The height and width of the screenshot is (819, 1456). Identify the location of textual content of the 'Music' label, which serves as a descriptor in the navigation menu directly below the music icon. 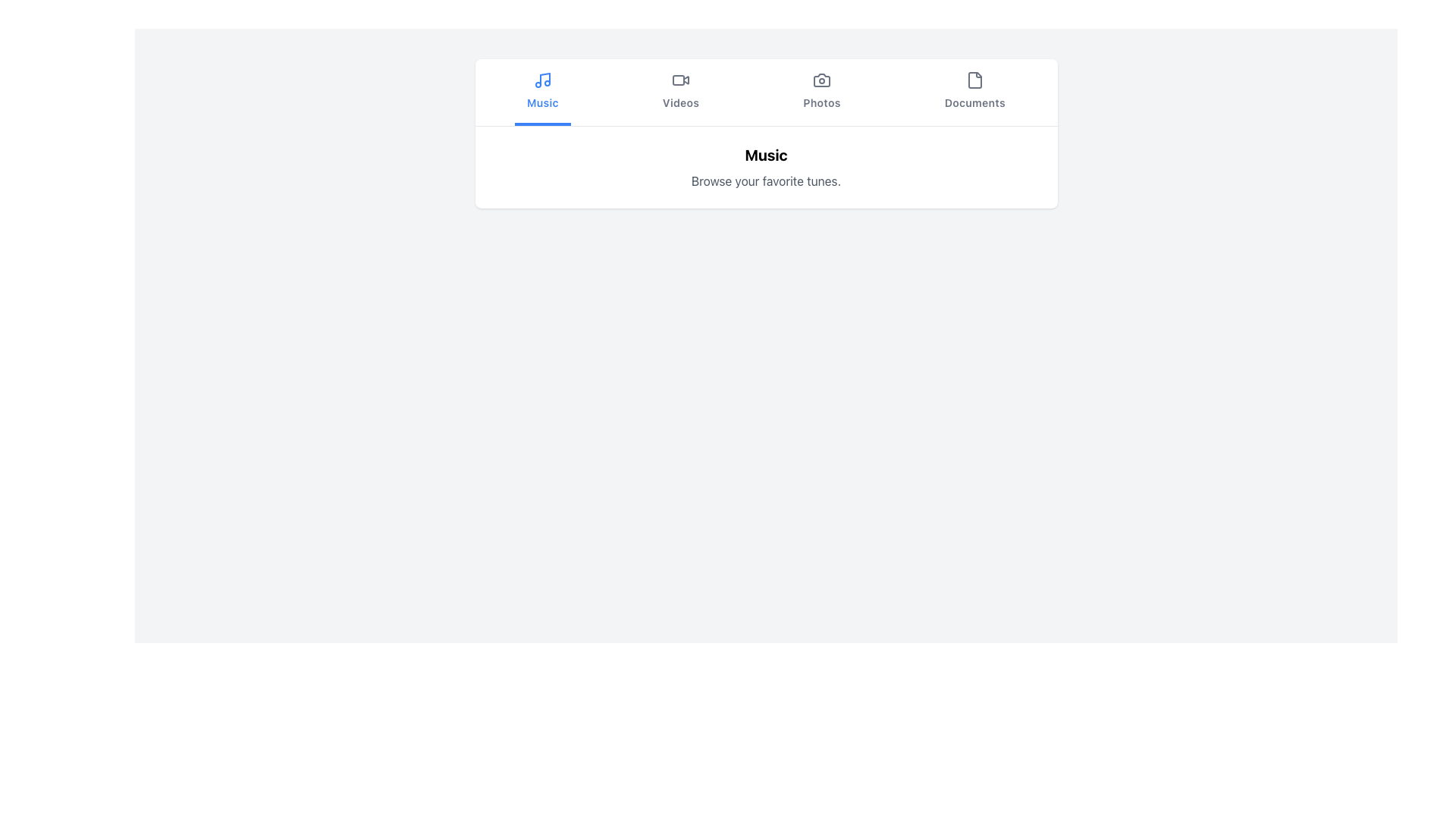
(542, 102).